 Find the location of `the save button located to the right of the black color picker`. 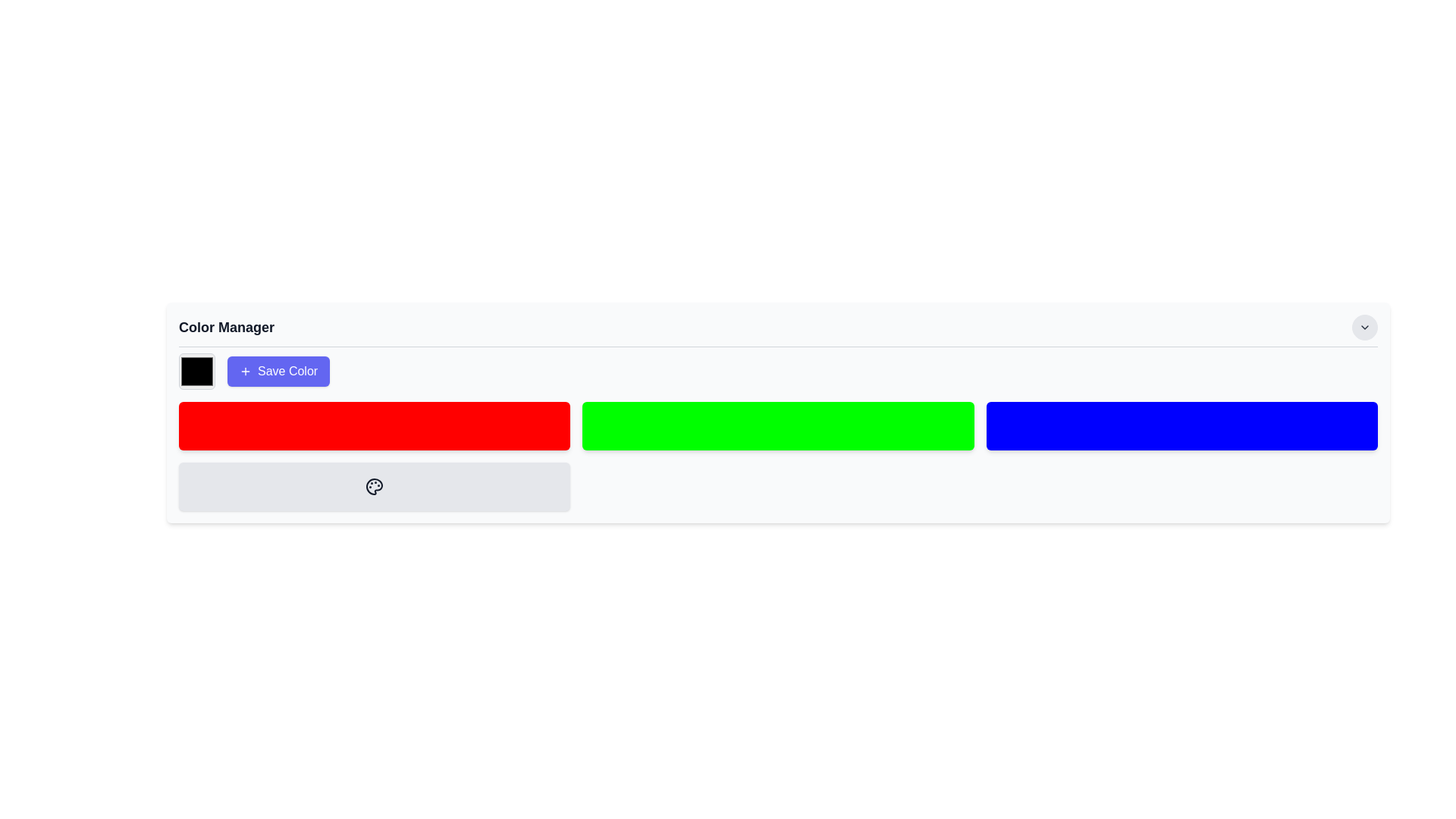

the save button located to the right of the black color picker is located at coordinates (278, 371).